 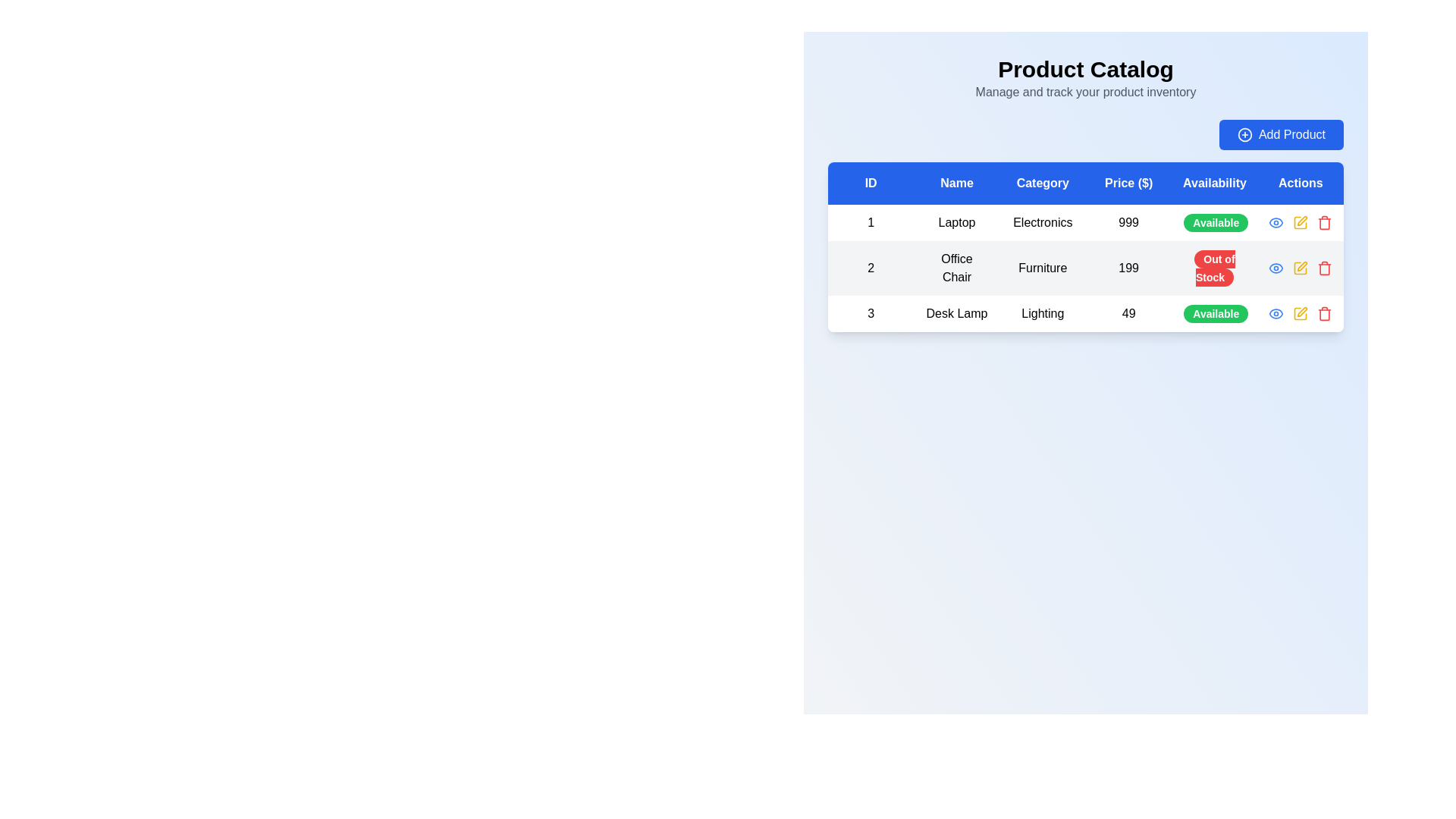 I want to click on the small yellow button with a pen icon in the 'Actions' column of the table, associated with the 'Desk Lamp' entry, so click(x=1300, y=312).